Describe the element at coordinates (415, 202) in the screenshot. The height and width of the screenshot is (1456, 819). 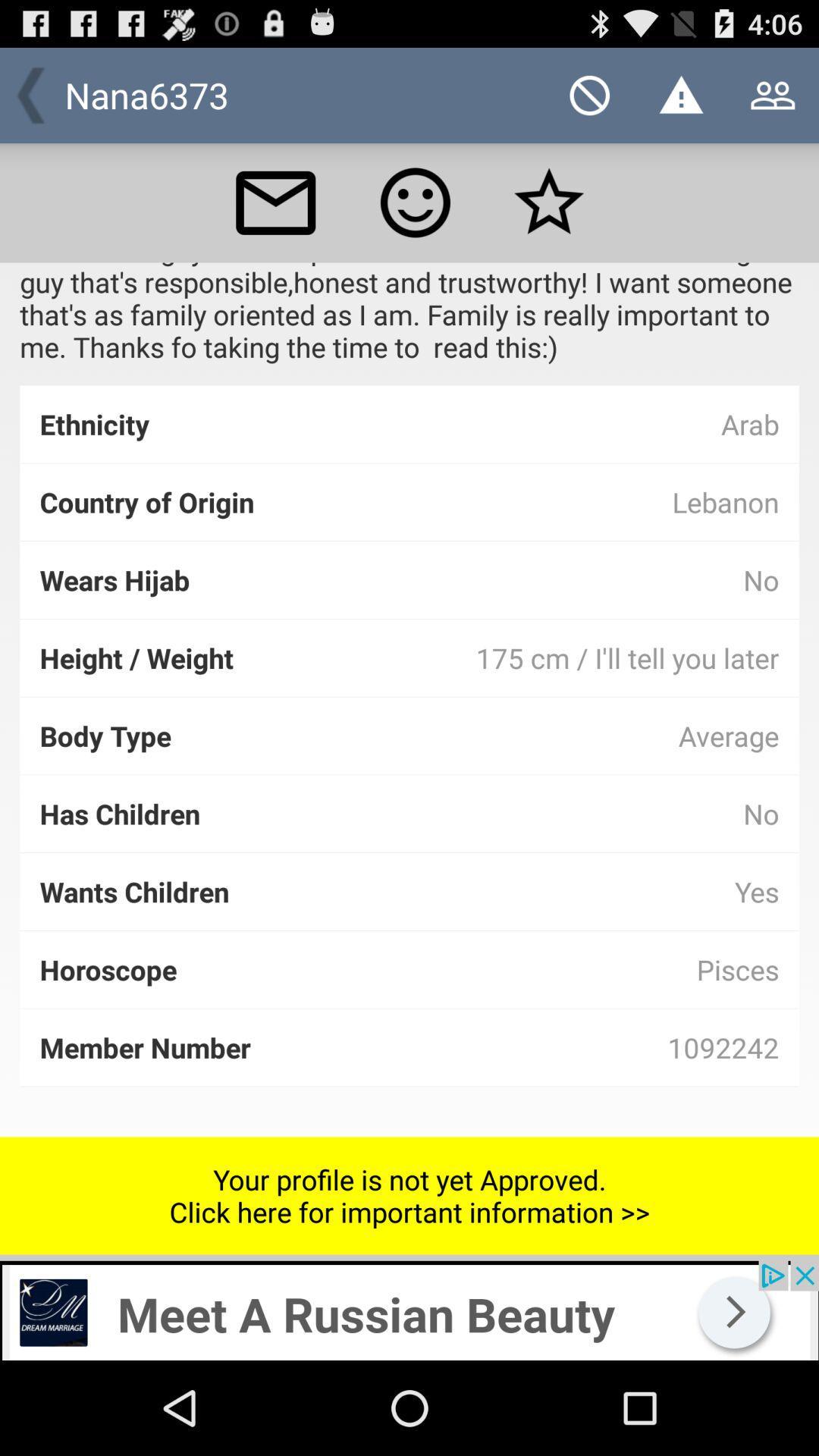
I see `emotes` at that location.